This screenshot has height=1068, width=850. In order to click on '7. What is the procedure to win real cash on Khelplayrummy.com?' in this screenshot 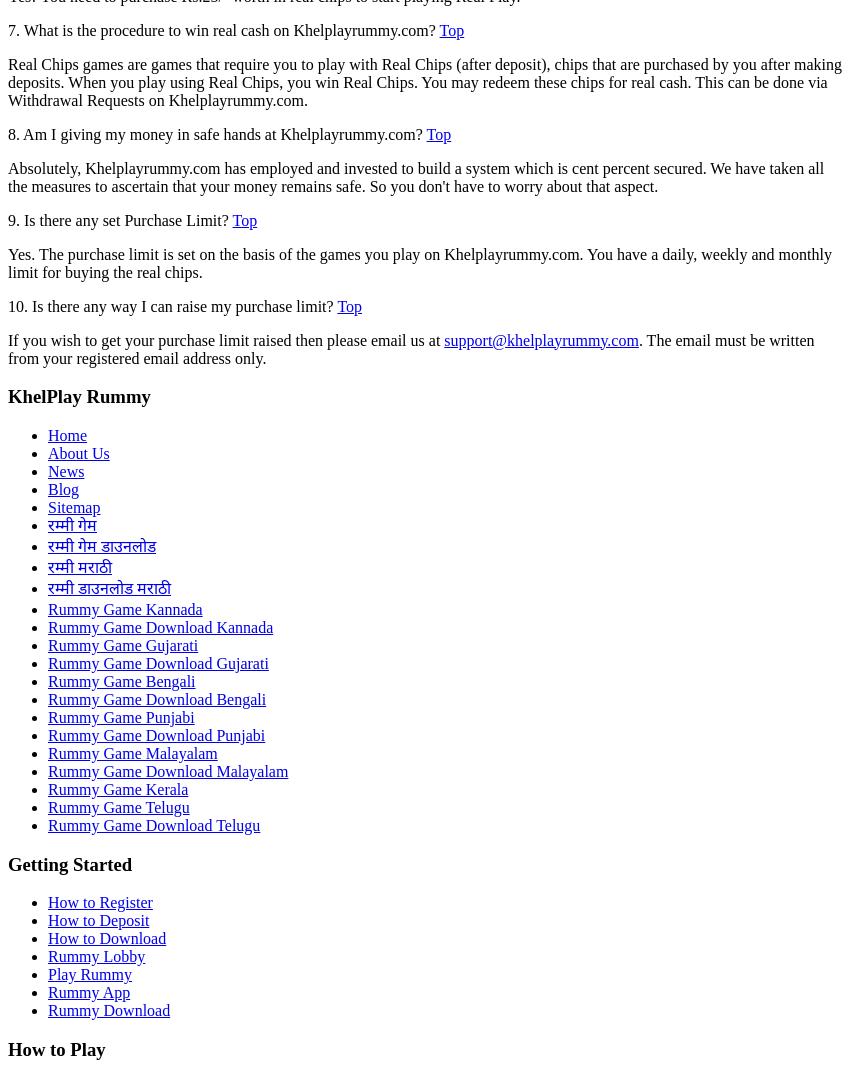, I will do `click(223, 28)`.